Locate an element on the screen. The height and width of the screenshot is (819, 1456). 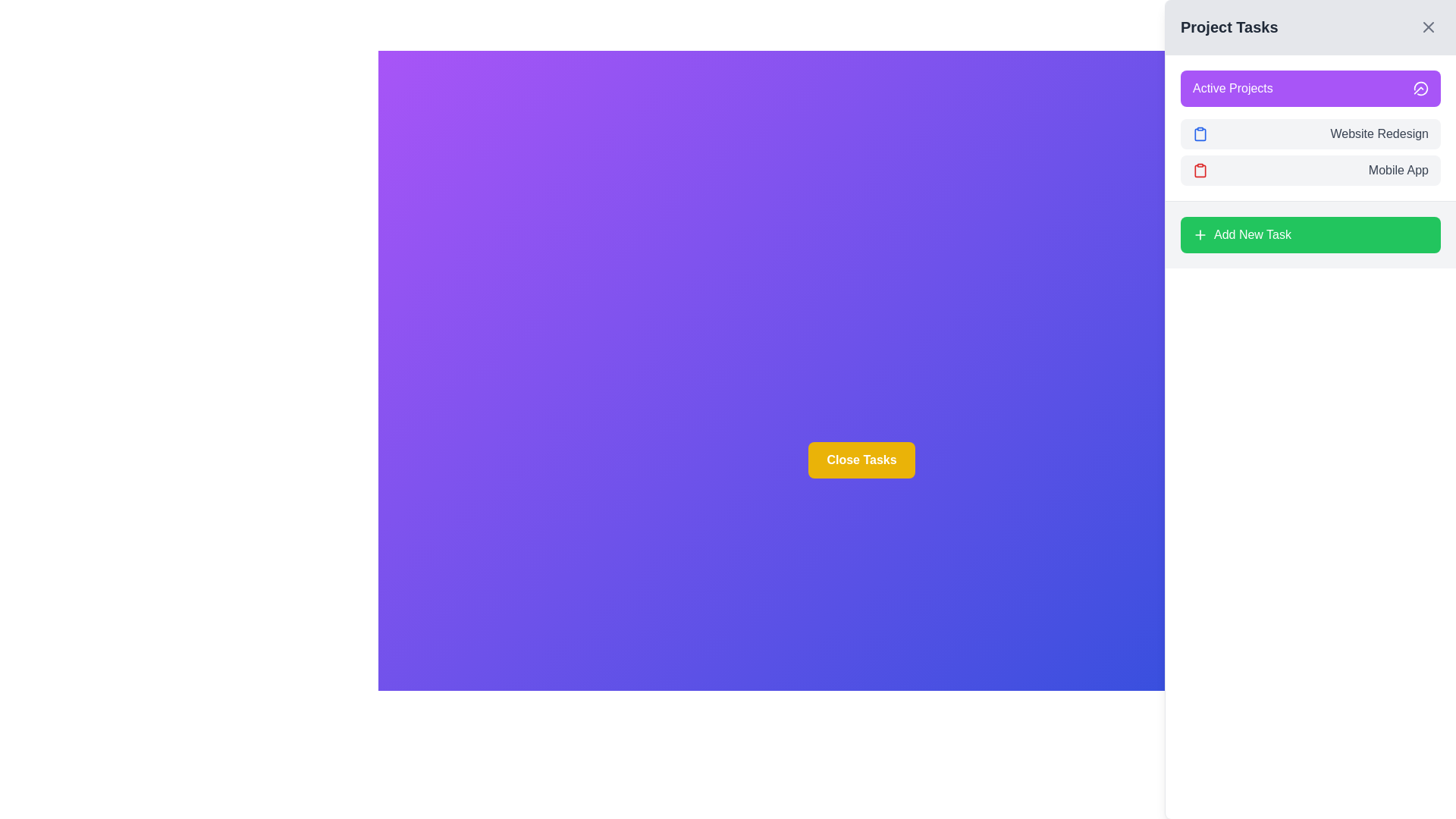
the Close Icon located at the top right corner of the 'Project Tasks' side panel is located at coordinates (1427, 27).